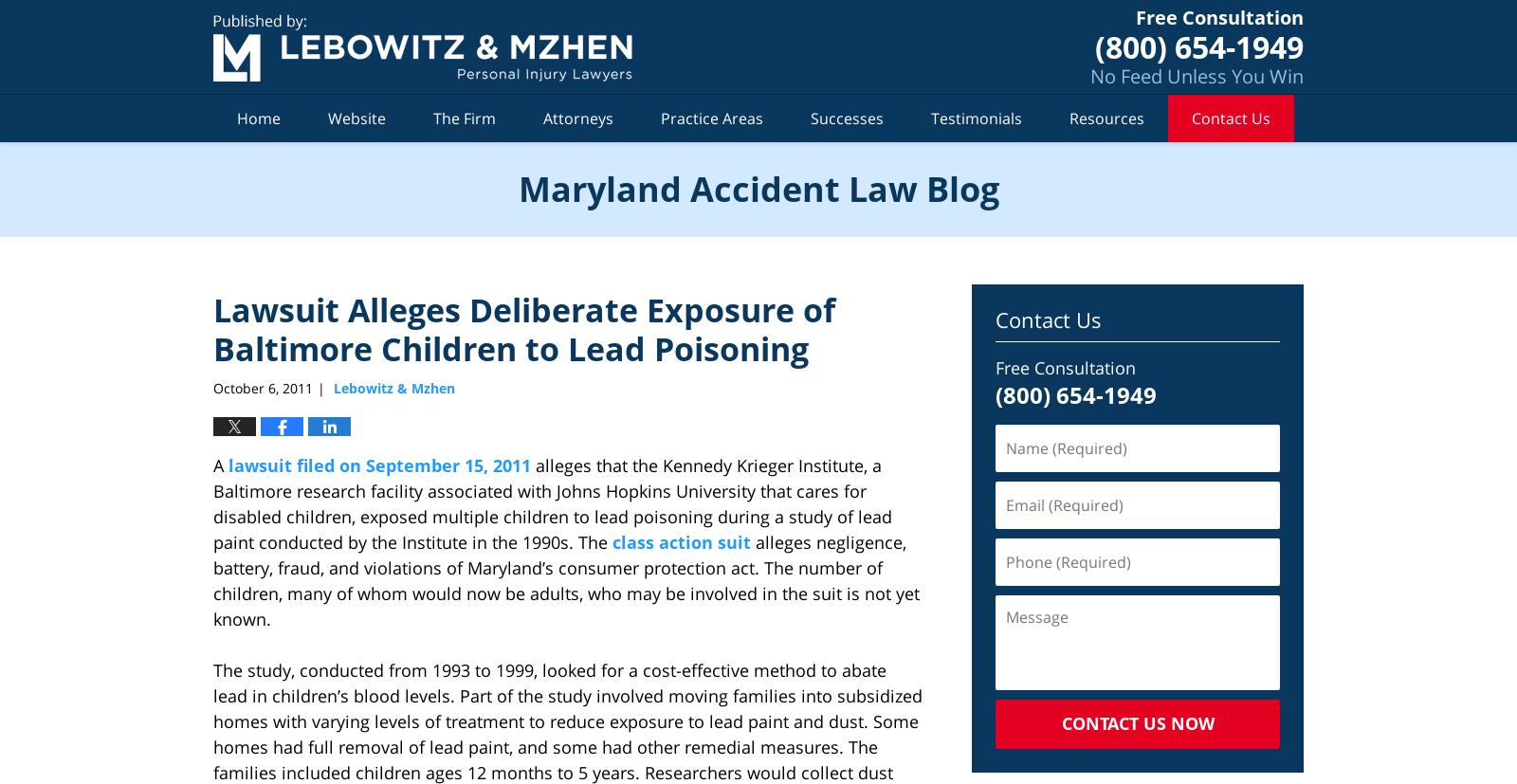 This screenshot has width=1517, height=784. Describe the element at coordinates (522, 328) in the screenshot. I see `'Lawsuit Alleges Deliberate Exposure of Baltimore Children to Lead Poisoning'` at that location.